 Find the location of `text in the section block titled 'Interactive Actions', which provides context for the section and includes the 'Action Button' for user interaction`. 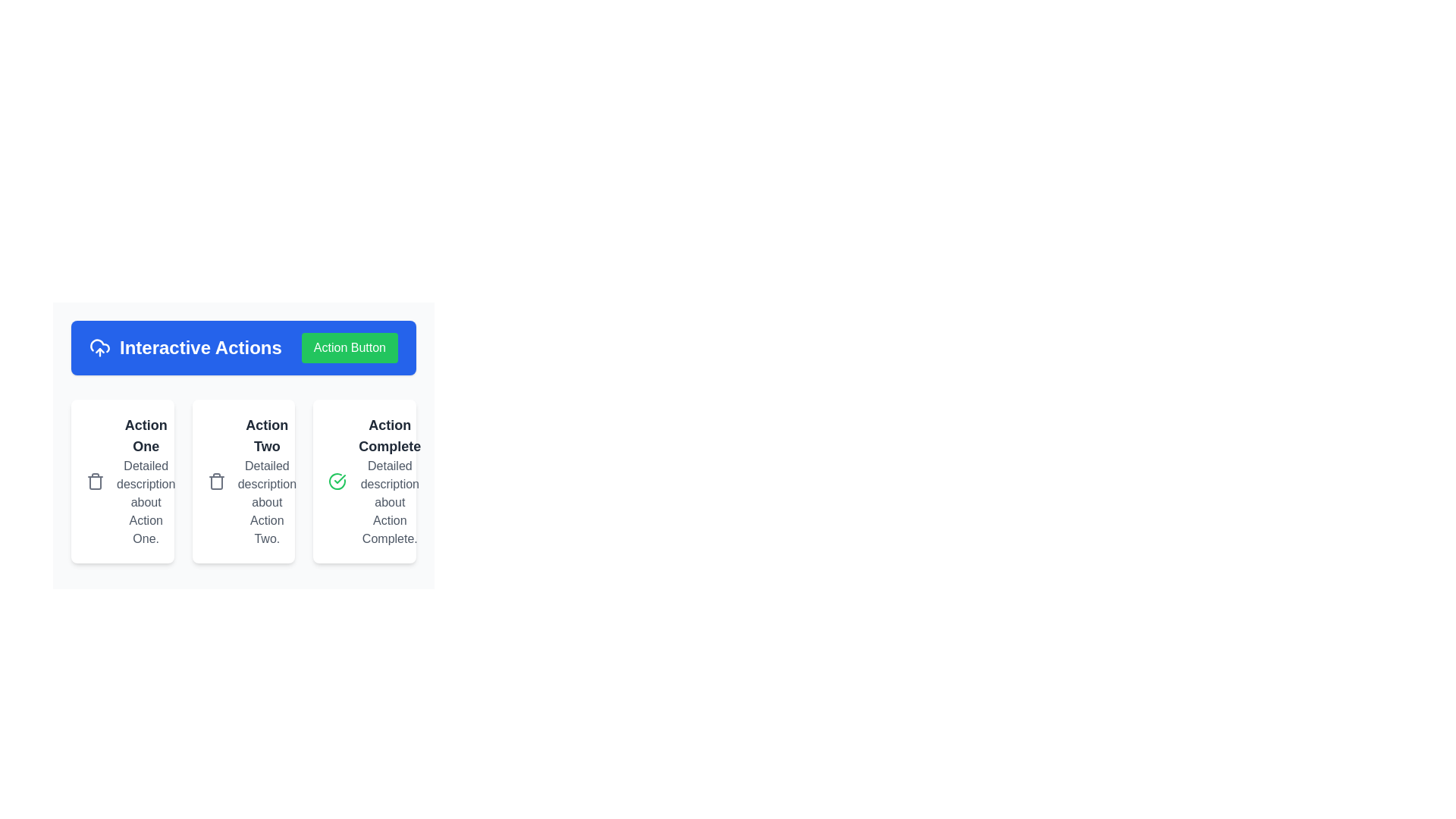

text in the section block titled 'Interactive Actions', which provides context for the section and includes the 'Action Button' for user interaction is located at coordinates (243, 348).